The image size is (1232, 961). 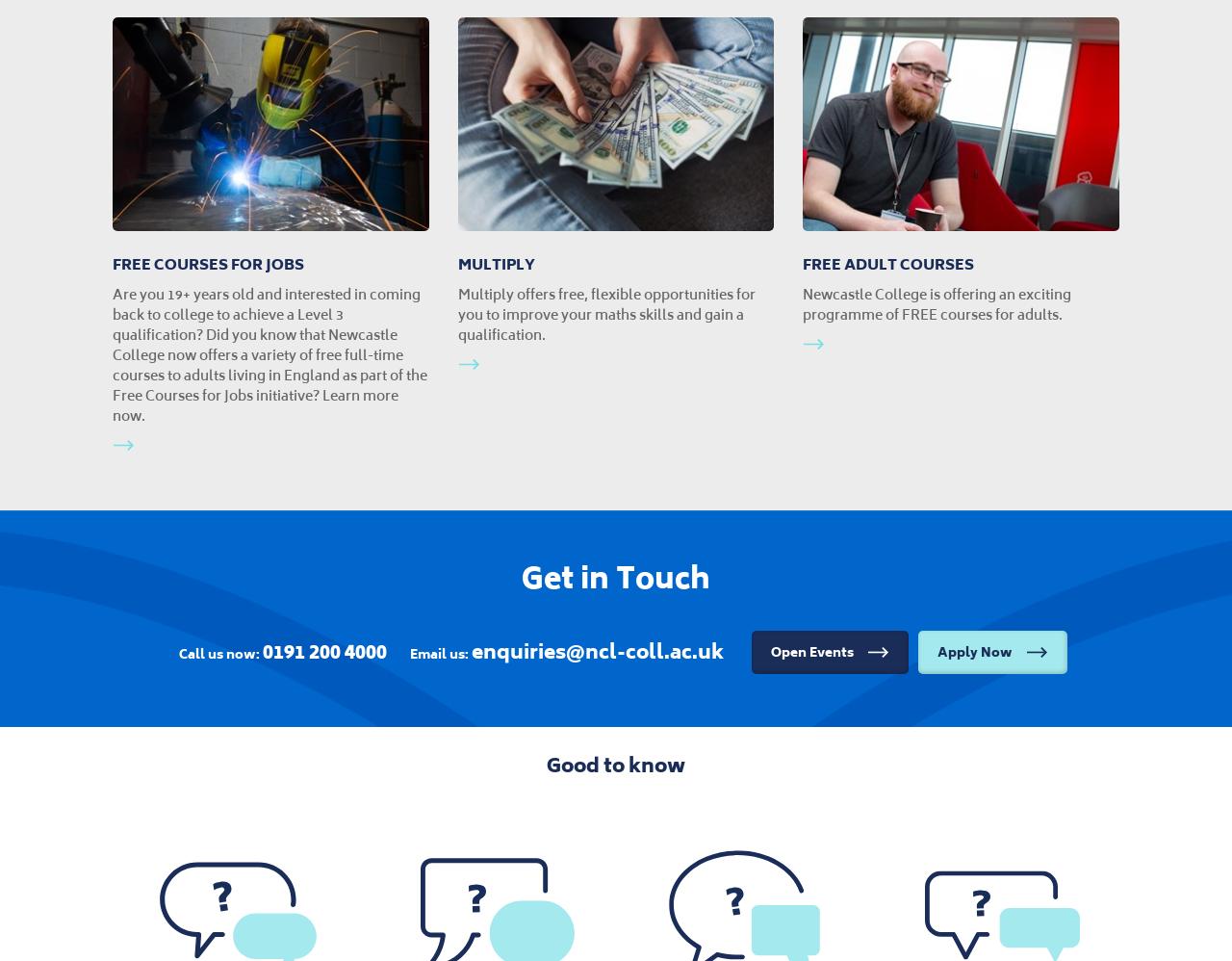 What do you see at coordinates (613, 763) in the screenshot?
I see `'Good to know'` at bounding box center [613, 763].